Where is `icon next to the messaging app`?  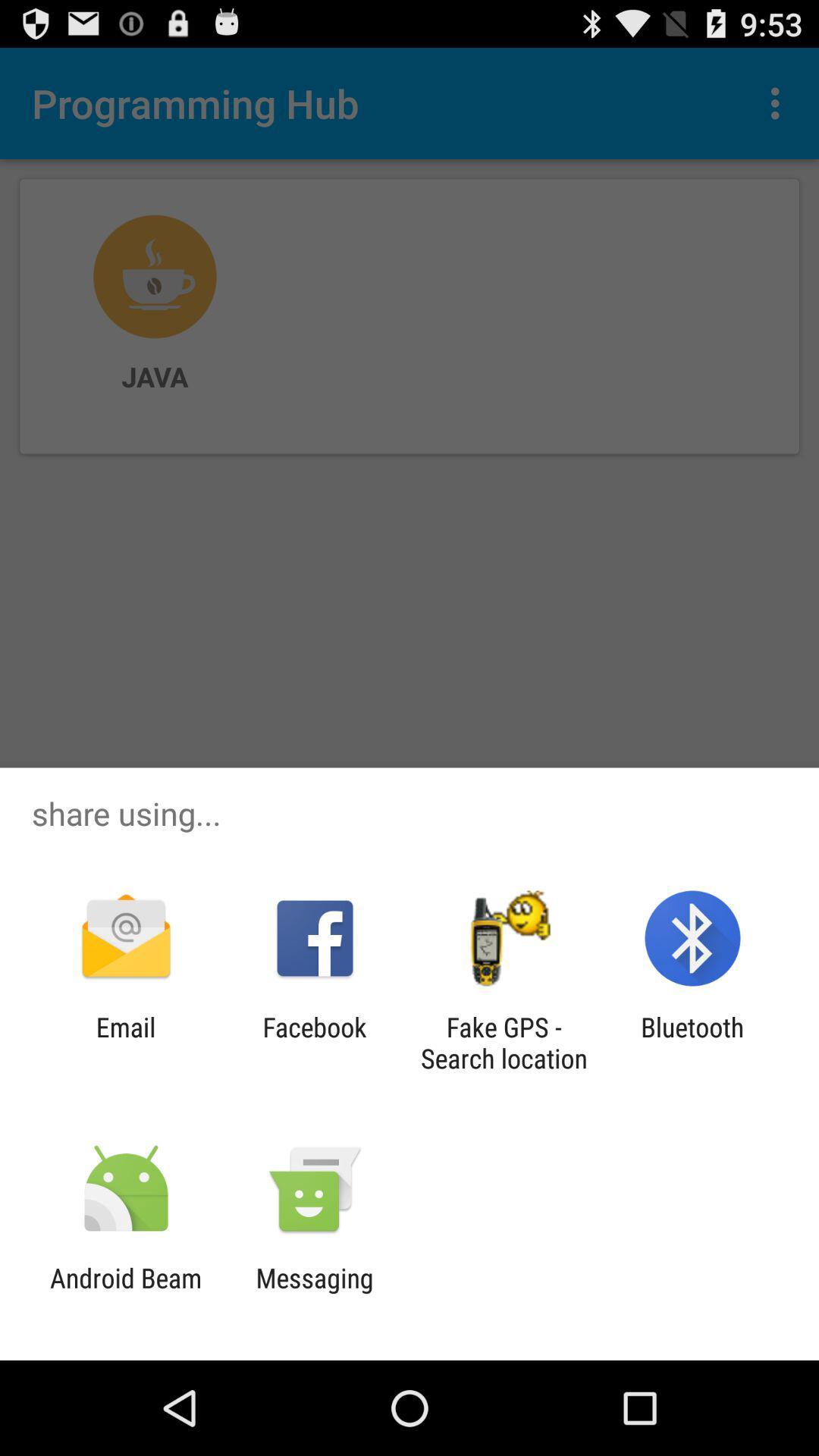 icon next to the messaging app is located at coordinates (125, 1293).